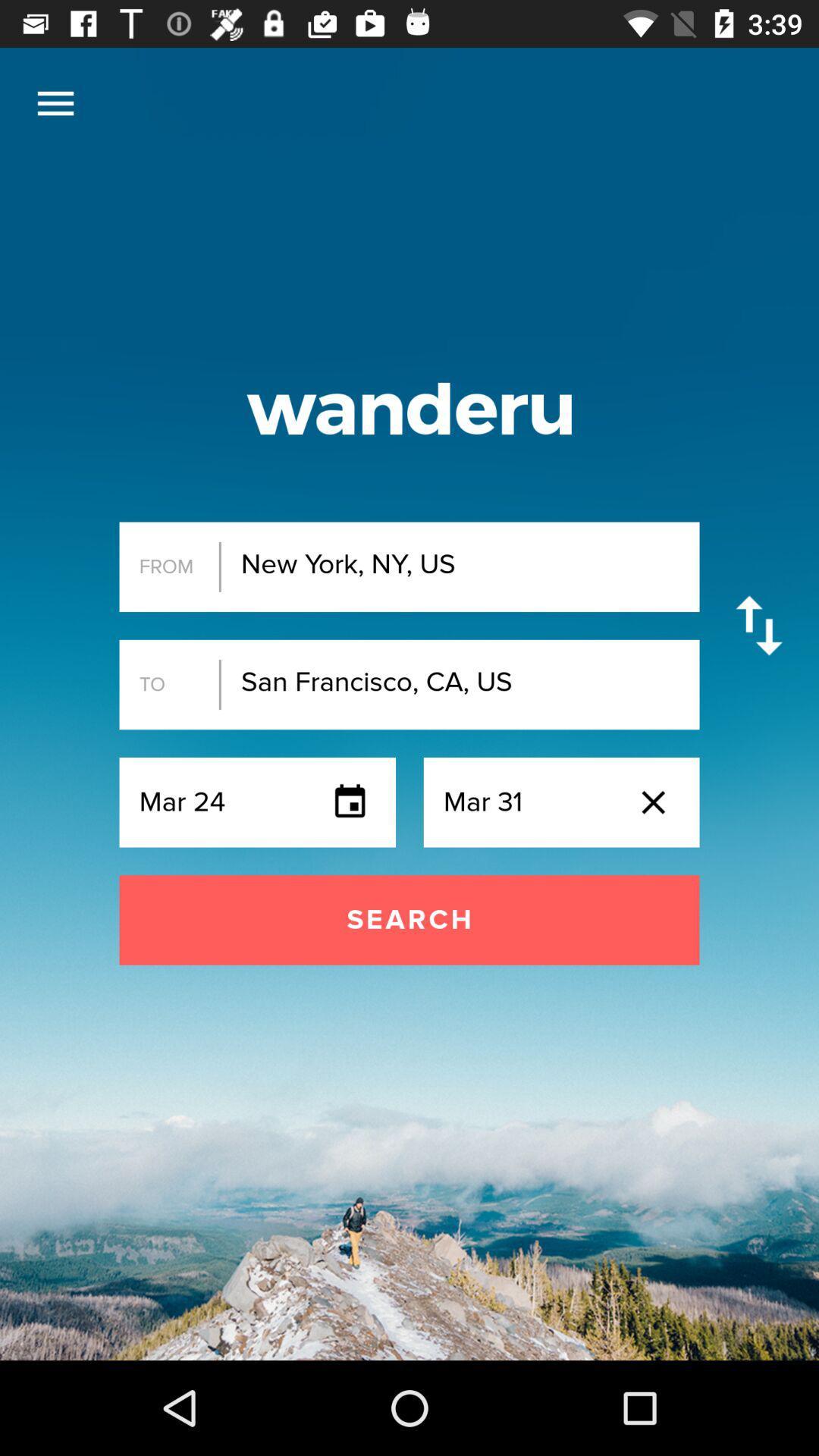  I want to click on switch order, so click(759, 626).